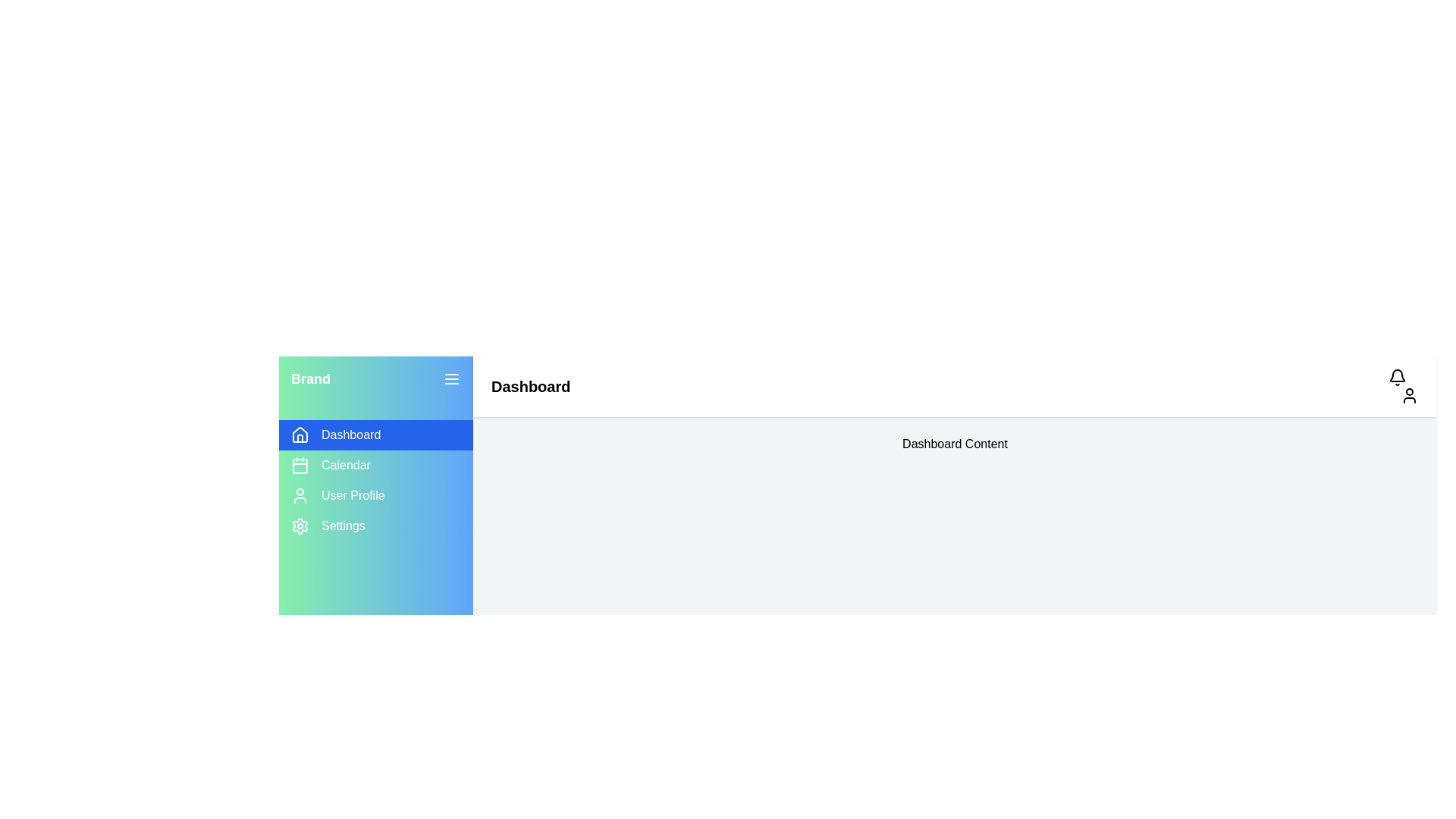  I want to click on the house-shaped icon with a blue background and white outline representing the 'Dashboard' section in the left navigation panel, so click(300, 435).